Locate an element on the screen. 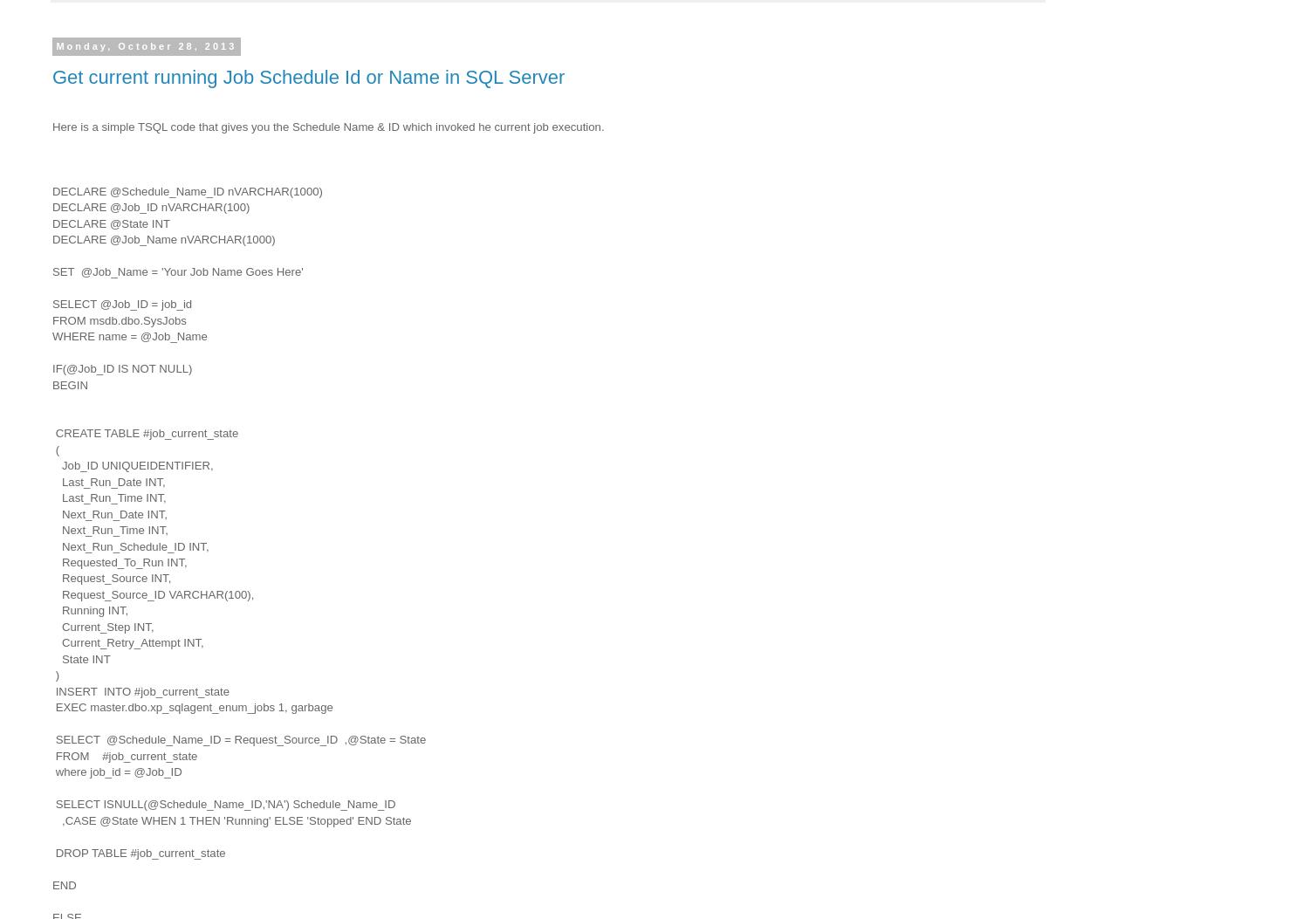 The height and width of the screenshot is (919, 1316). 'DECLARE @Schedule_Name_ID nVARCHAR(1000)' is located at coordinates (187, 190).